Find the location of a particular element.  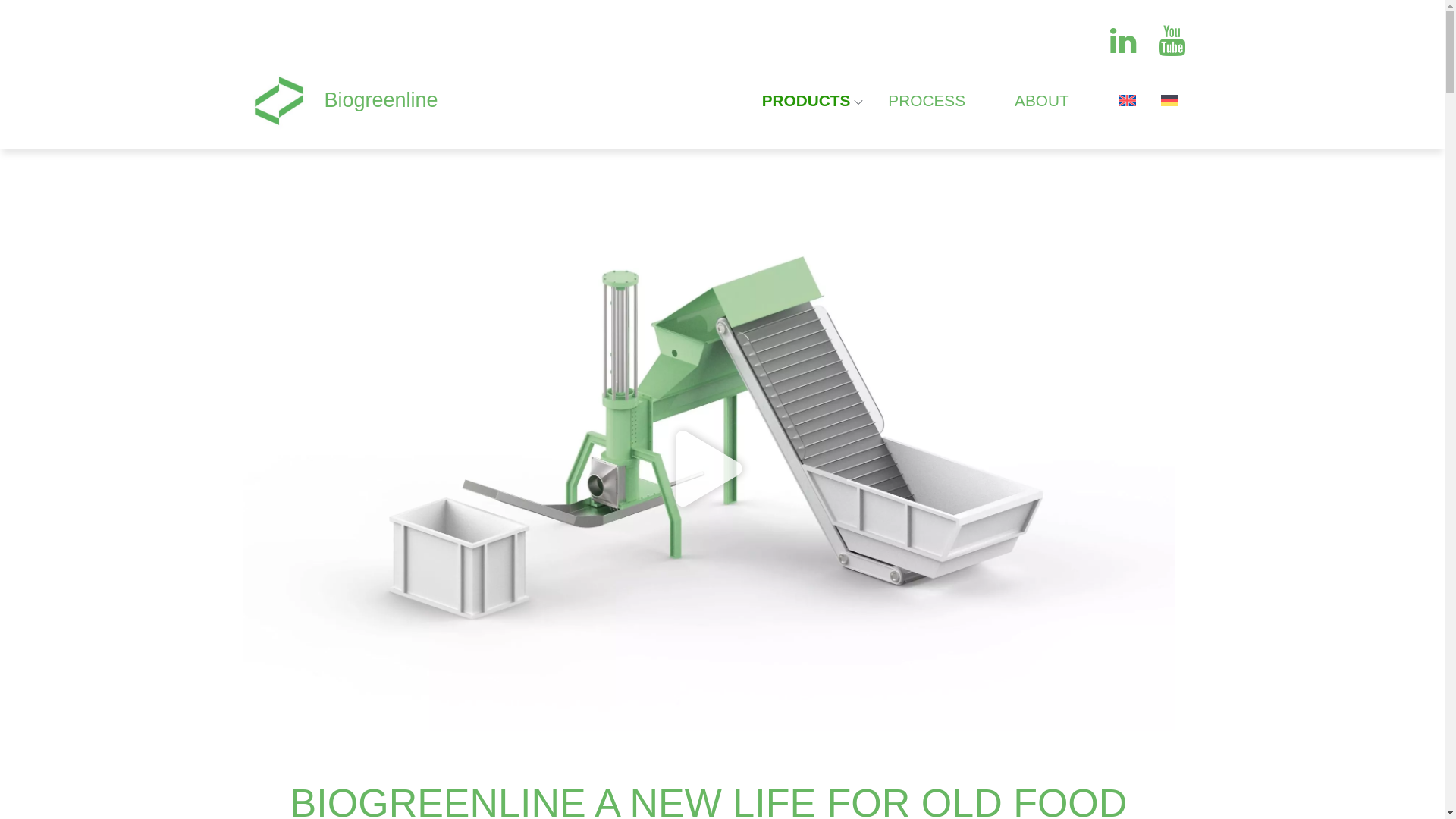

'Biogreenline' is located at coordinates (381, 99).